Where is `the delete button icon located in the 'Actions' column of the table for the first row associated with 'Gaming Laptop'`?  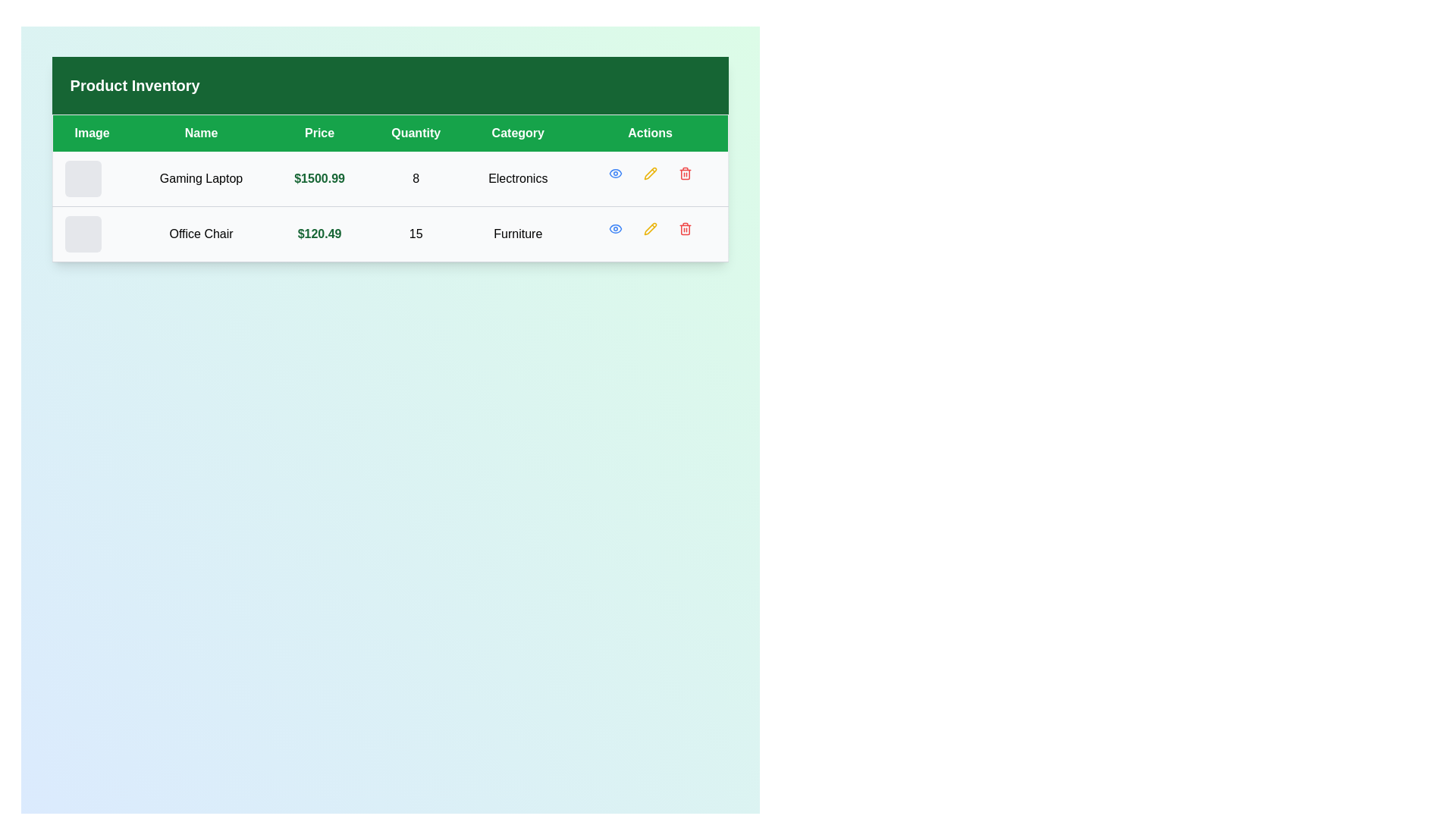
the delete button icon located in the 'Actions' column of the table for the first row associated with 'Gaming Laptop' is located at coordinates (684, 172).